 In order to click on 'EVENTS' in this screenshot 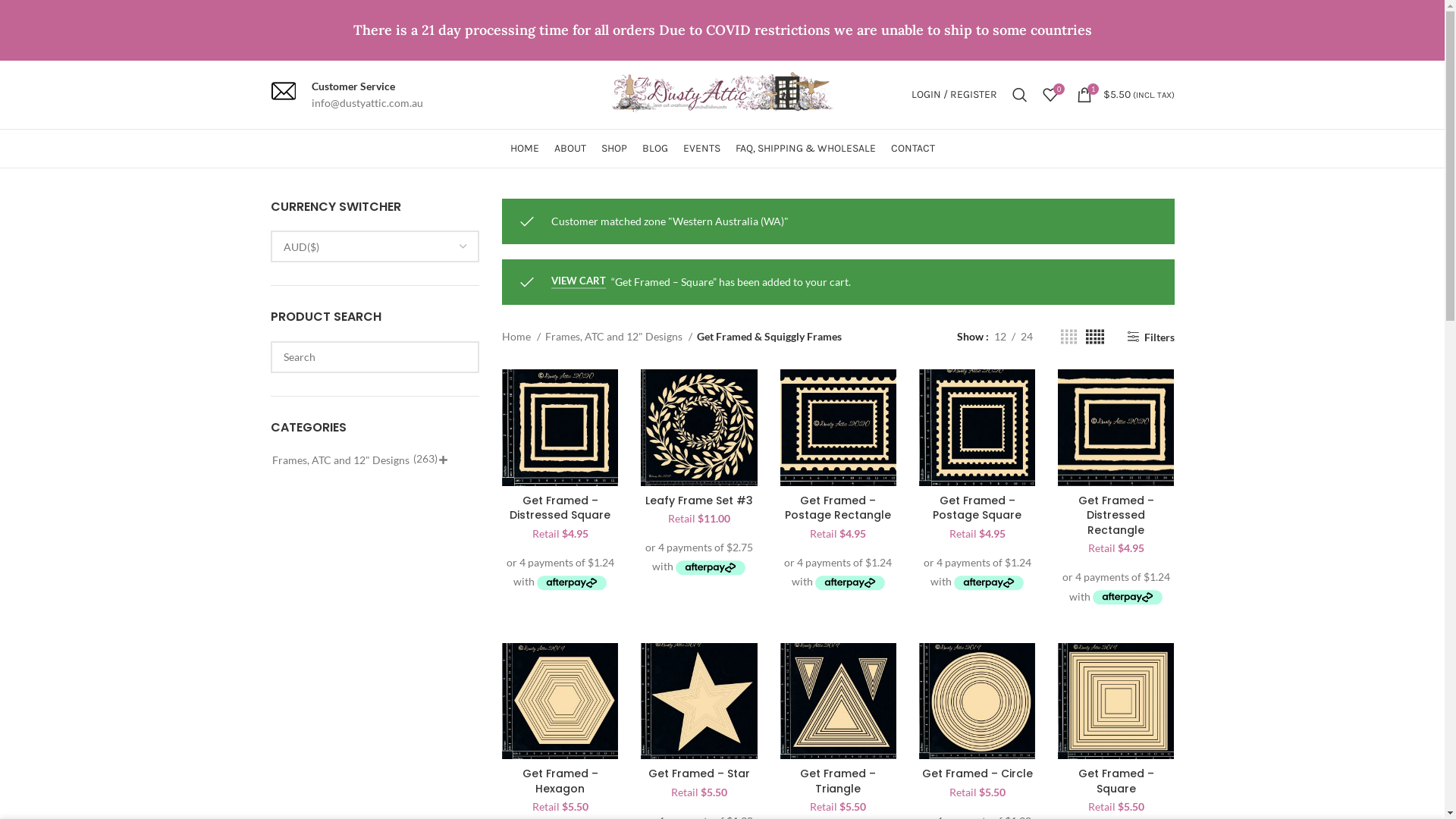, I will do `click(700, 149)`.